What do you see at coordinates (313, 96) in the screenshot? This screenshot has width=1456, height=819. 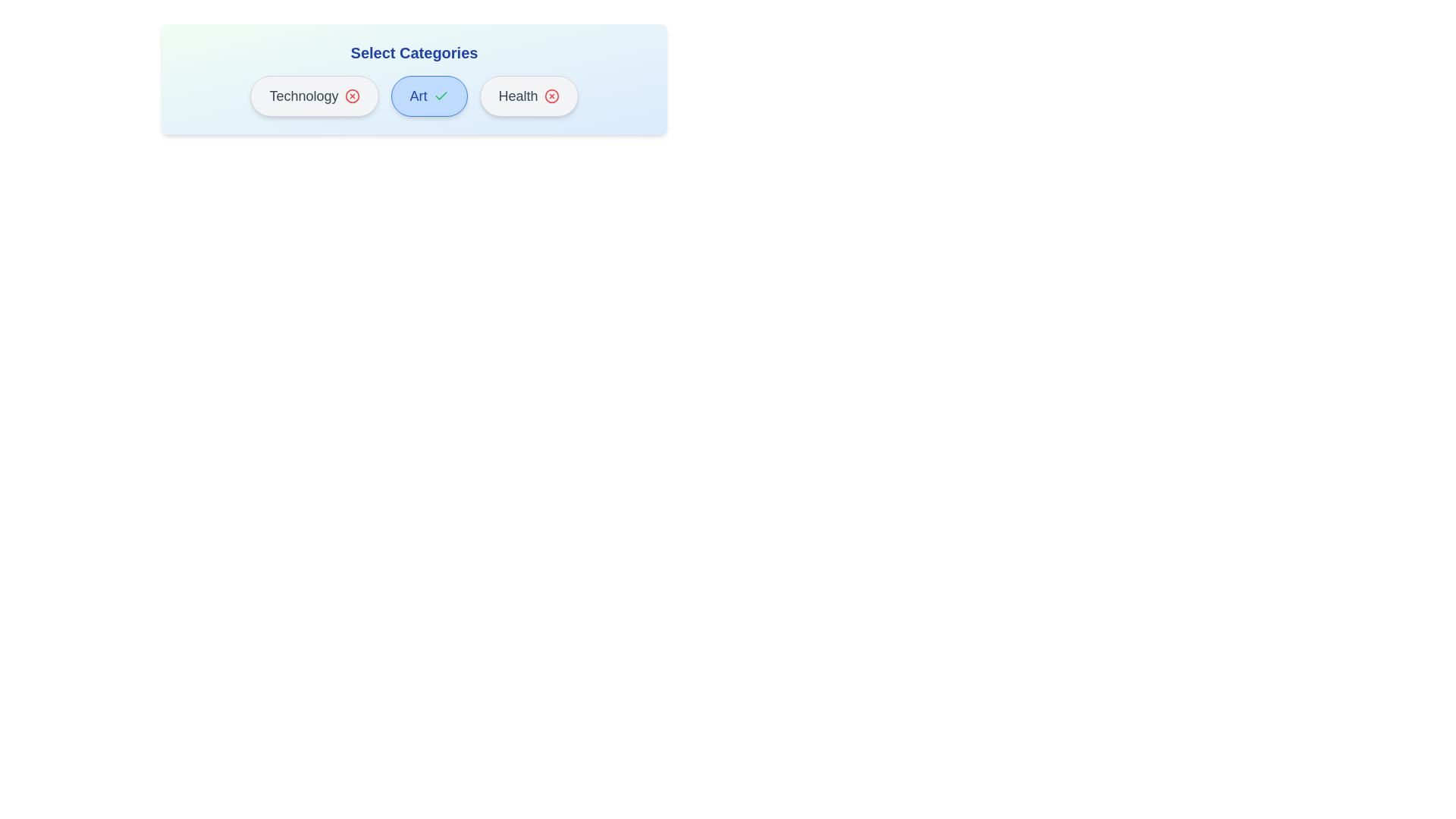 I see `the category button labeled Technology` at bounding box center [313, 96].